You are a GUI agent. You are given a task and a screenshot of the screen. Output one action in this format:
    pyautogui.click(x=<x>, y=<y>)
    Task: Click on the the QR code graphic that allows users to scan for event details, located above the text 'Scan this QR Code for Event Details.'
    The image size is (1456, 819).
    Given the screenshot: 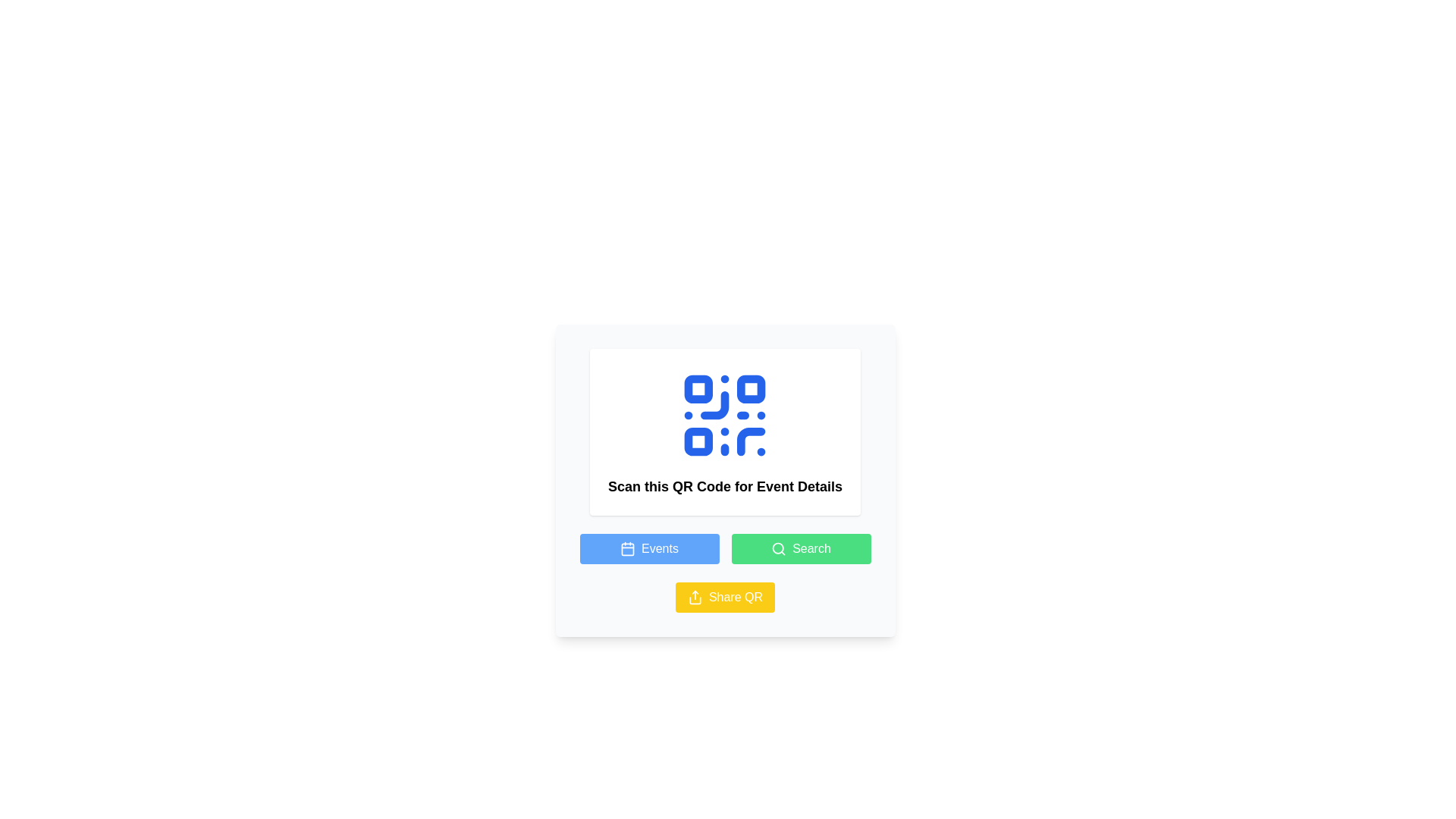 What is the action you would take?
    pyautogui.click(x=724, y=415)
    